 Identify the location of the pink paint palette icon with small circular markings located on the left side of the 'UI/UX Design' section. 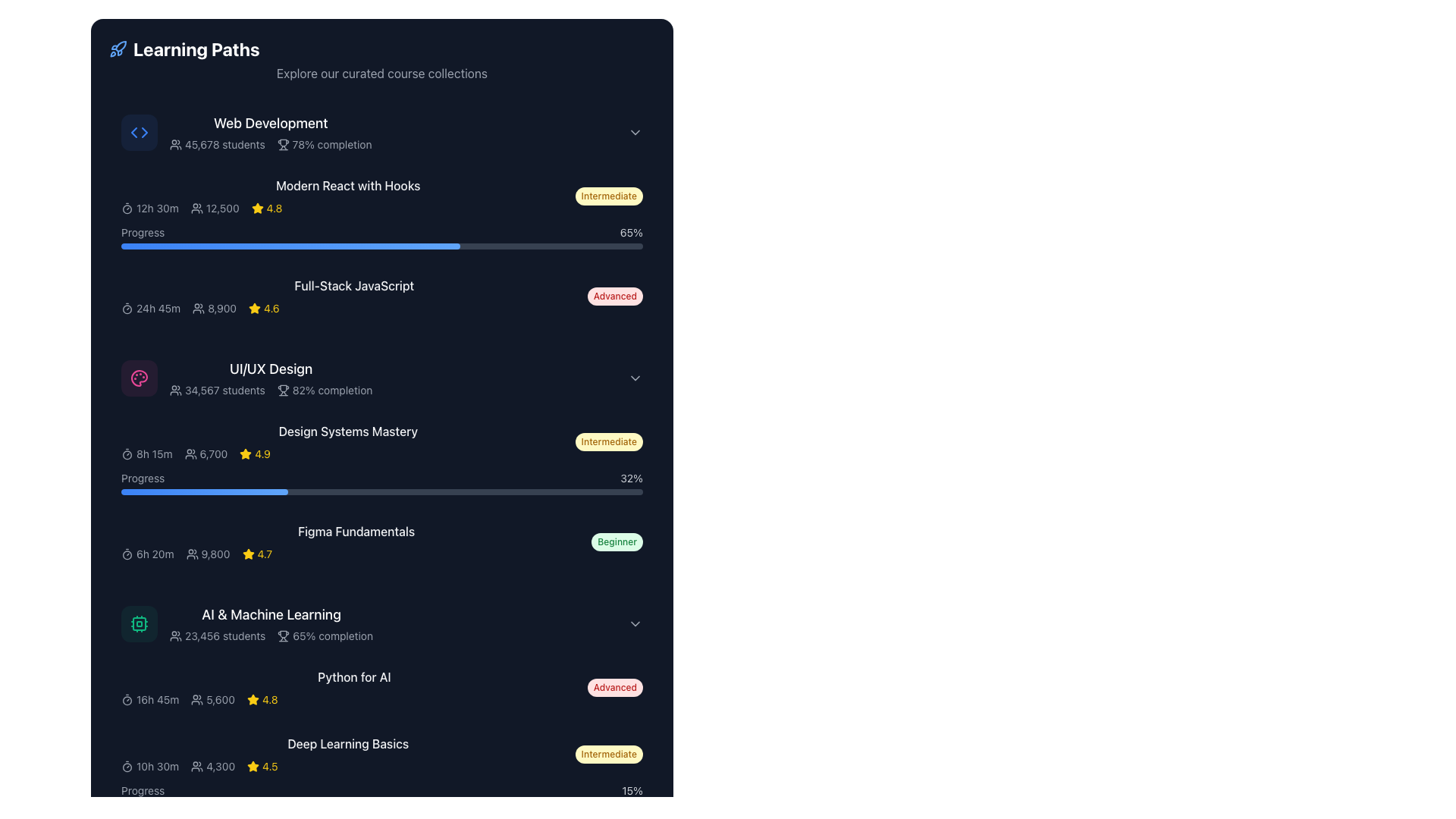
(139, 377).